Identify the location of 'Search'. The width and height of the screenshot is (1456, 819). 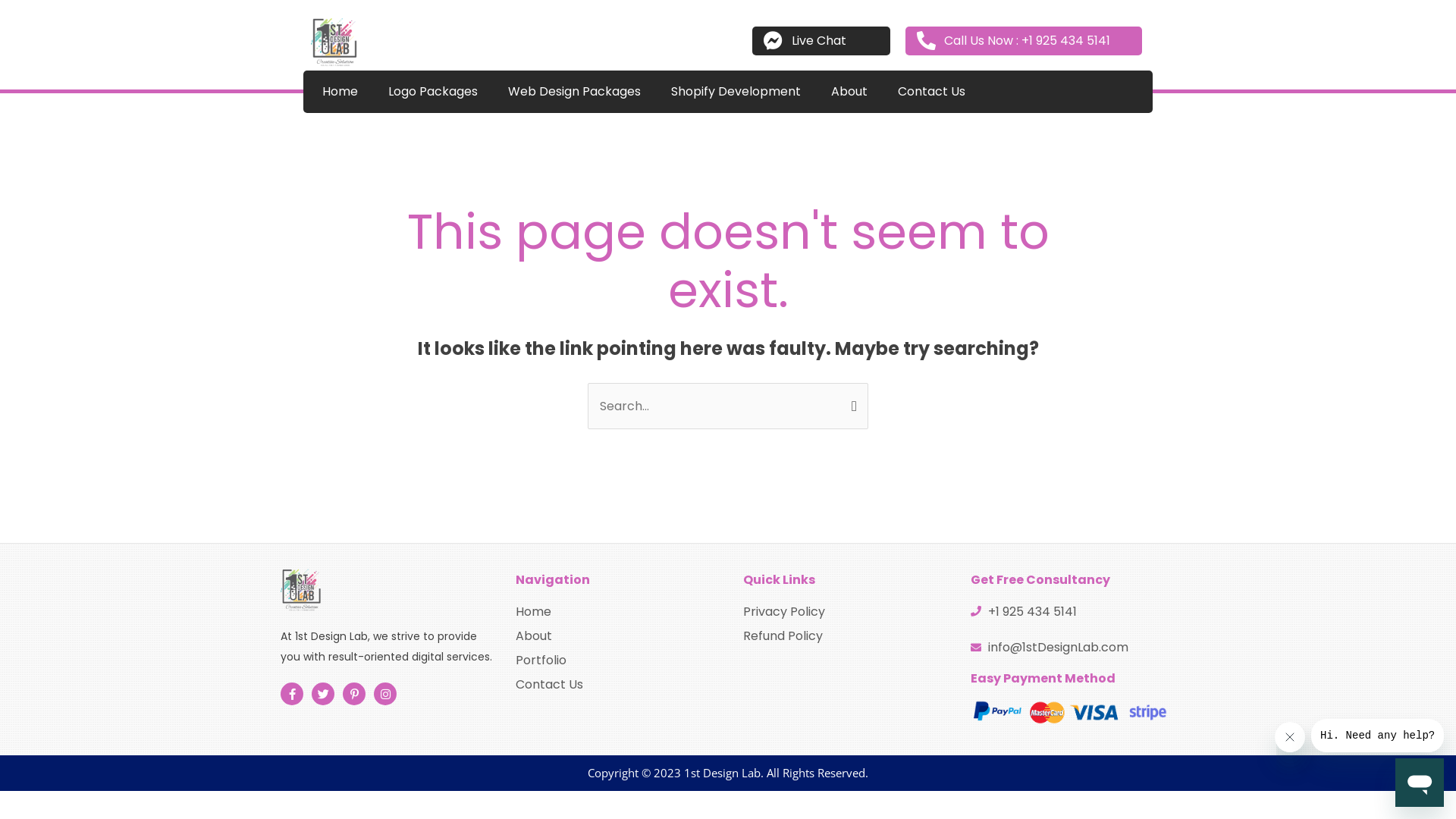
(833, 397).